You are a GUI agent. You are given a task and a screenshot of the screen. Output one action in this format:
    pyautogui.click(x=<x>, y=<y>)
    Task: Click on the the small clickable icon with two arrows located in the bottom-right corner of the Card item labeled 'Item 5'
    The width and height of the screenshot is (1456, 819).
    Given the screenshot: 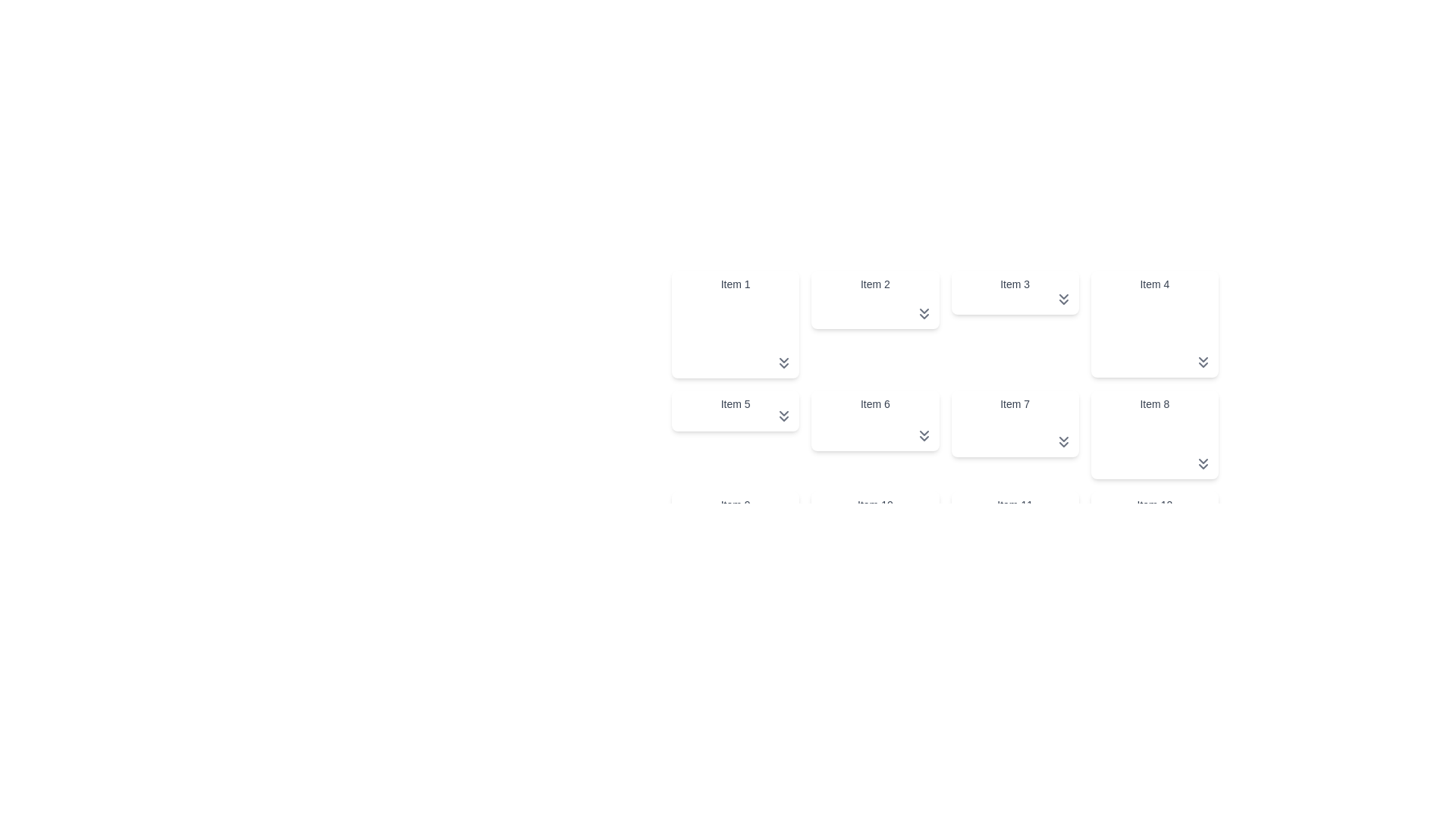 What is the action you would take?
    pyautogui.click(x=736, y=410)
    